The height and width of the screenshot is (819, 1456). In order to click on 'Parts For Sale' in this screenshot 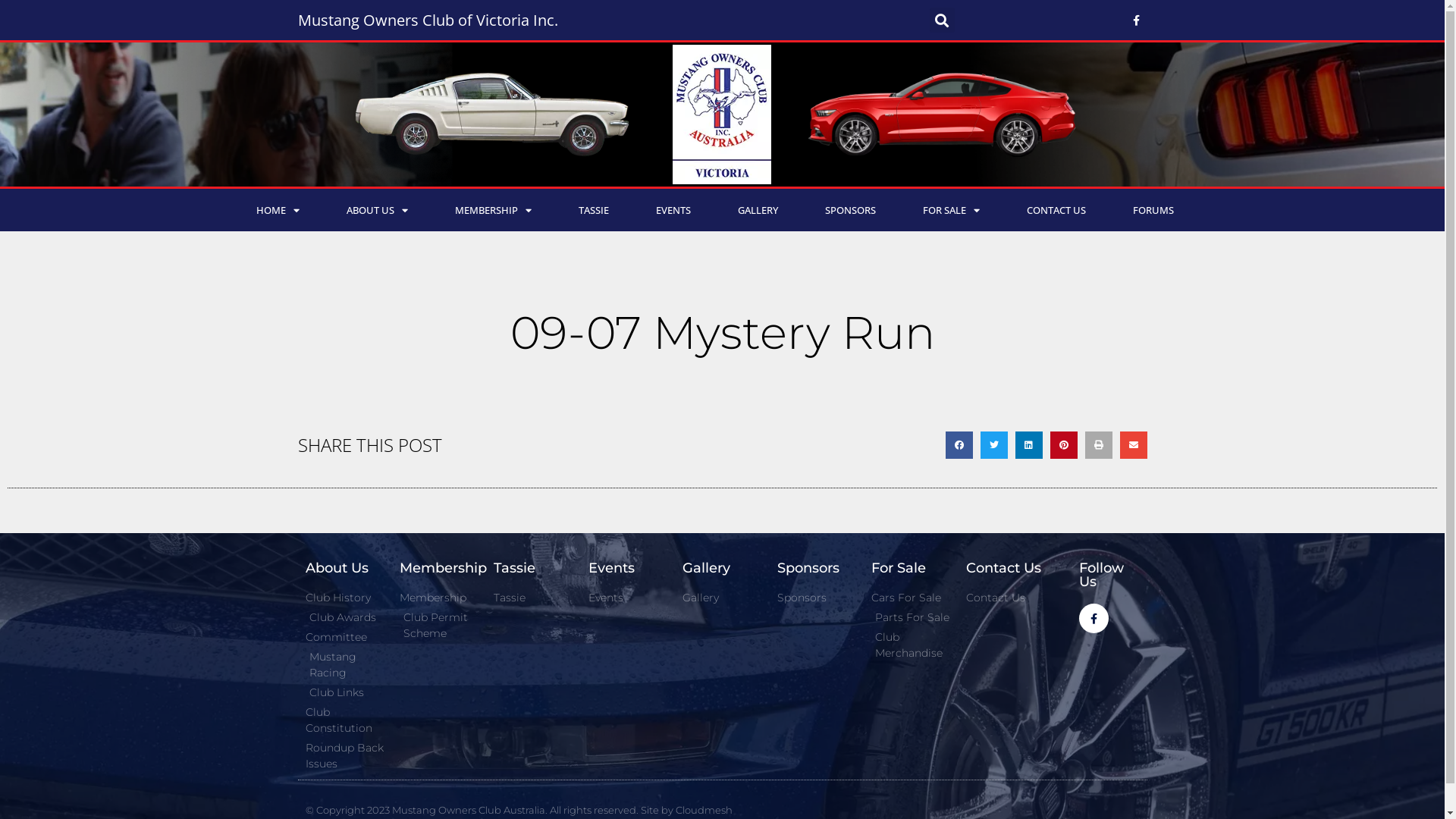, I will do `click(910, 617)`.